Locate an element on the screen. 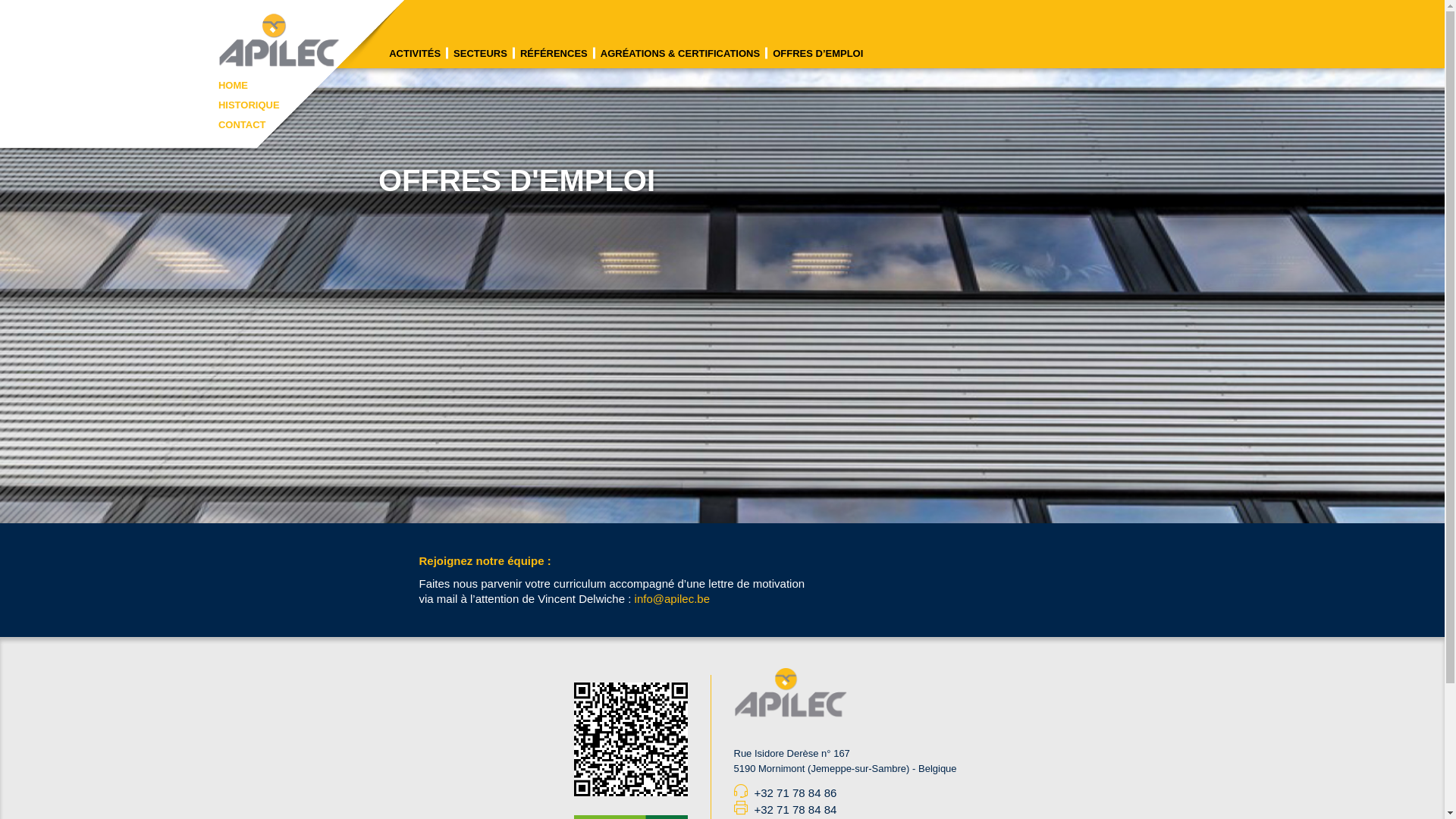 The height and width of the screenshot is (819, 1456). 'CONTACT' is located at coordinates (241, 124).